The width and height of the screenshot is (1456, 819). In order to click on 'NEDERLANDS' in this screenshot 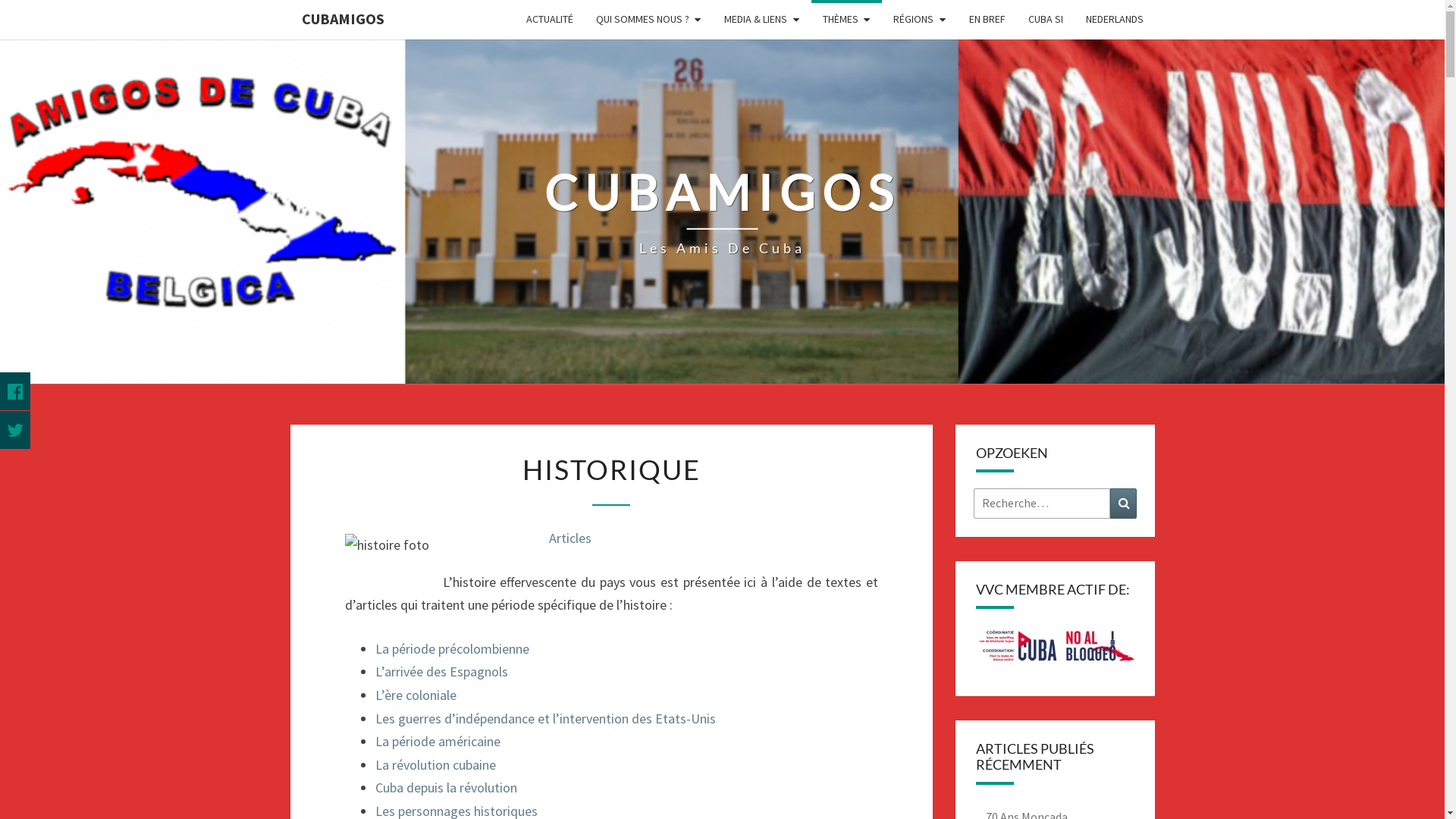, I will do `click(1113, 20)`.